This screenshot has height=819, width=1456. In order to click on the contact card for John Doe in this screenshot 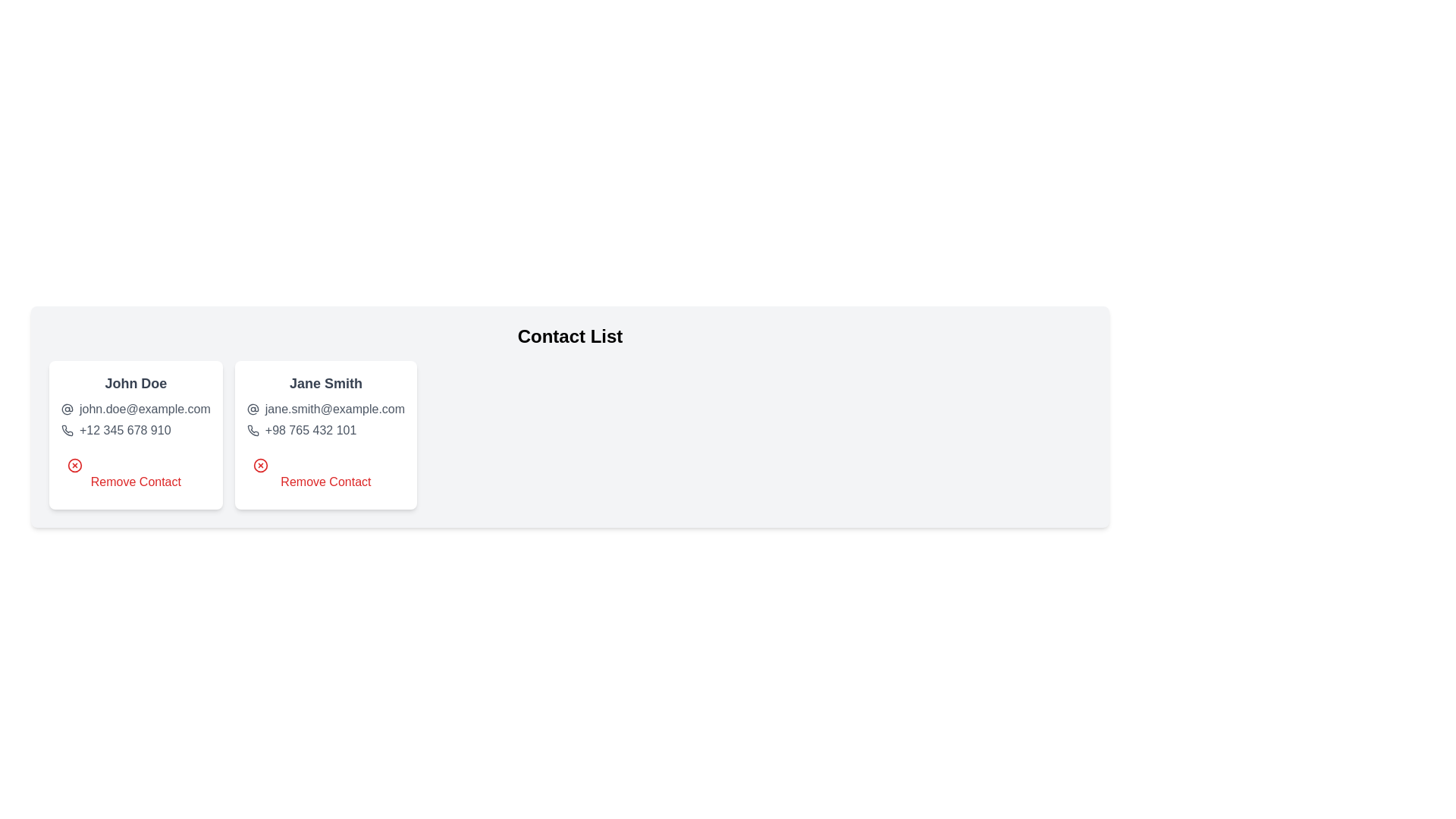, I will do `click(135, 435)`.